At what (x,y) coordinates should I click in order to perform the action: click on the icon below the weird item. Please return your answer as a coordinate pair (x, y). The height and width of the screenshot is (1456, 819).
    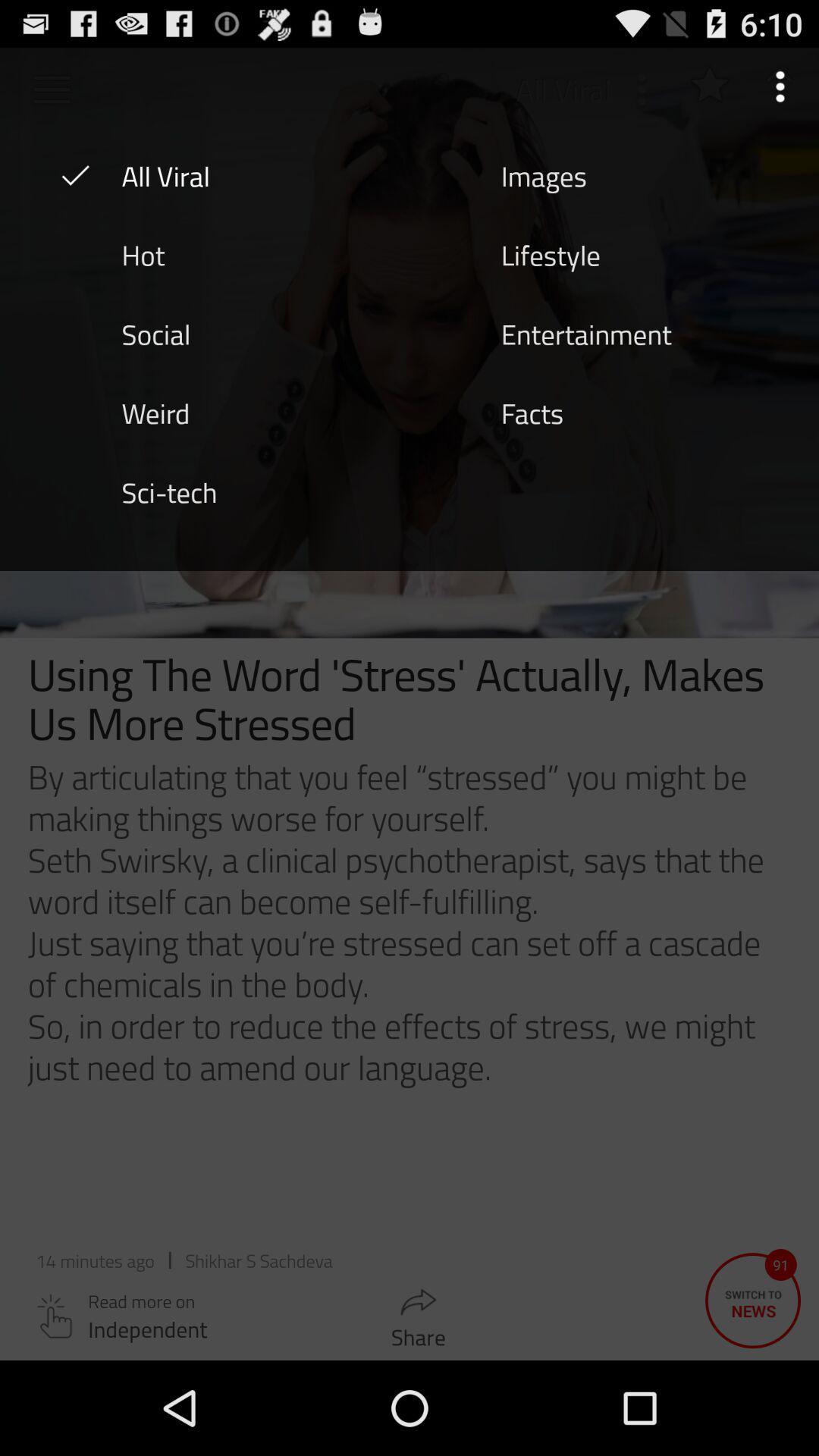
    Looking at the image, I should click on (169, 491).